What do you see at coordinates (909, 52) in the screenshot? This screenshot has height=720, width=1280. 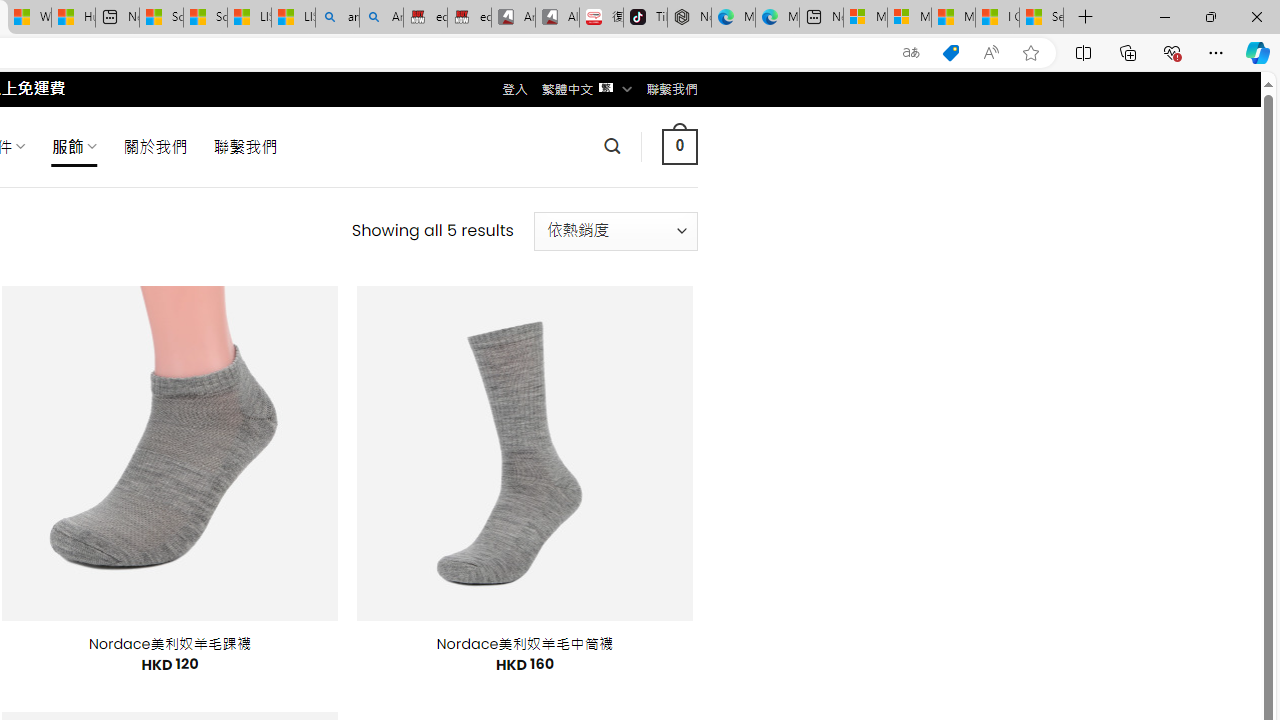 I see `'Show translate options'` at bounding box center [909, 52].